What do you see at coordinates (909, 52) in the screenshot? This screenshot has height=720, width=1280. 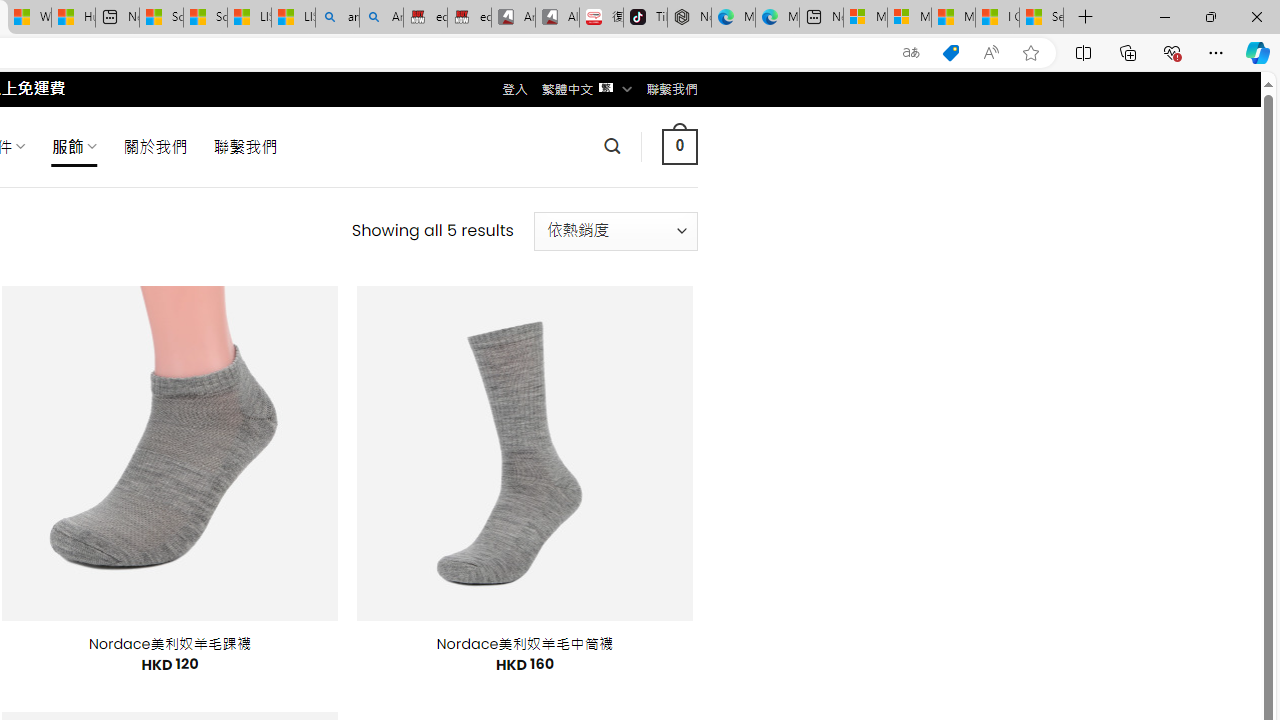 I see `'Show translate options'` at bounding box center [909, 52].